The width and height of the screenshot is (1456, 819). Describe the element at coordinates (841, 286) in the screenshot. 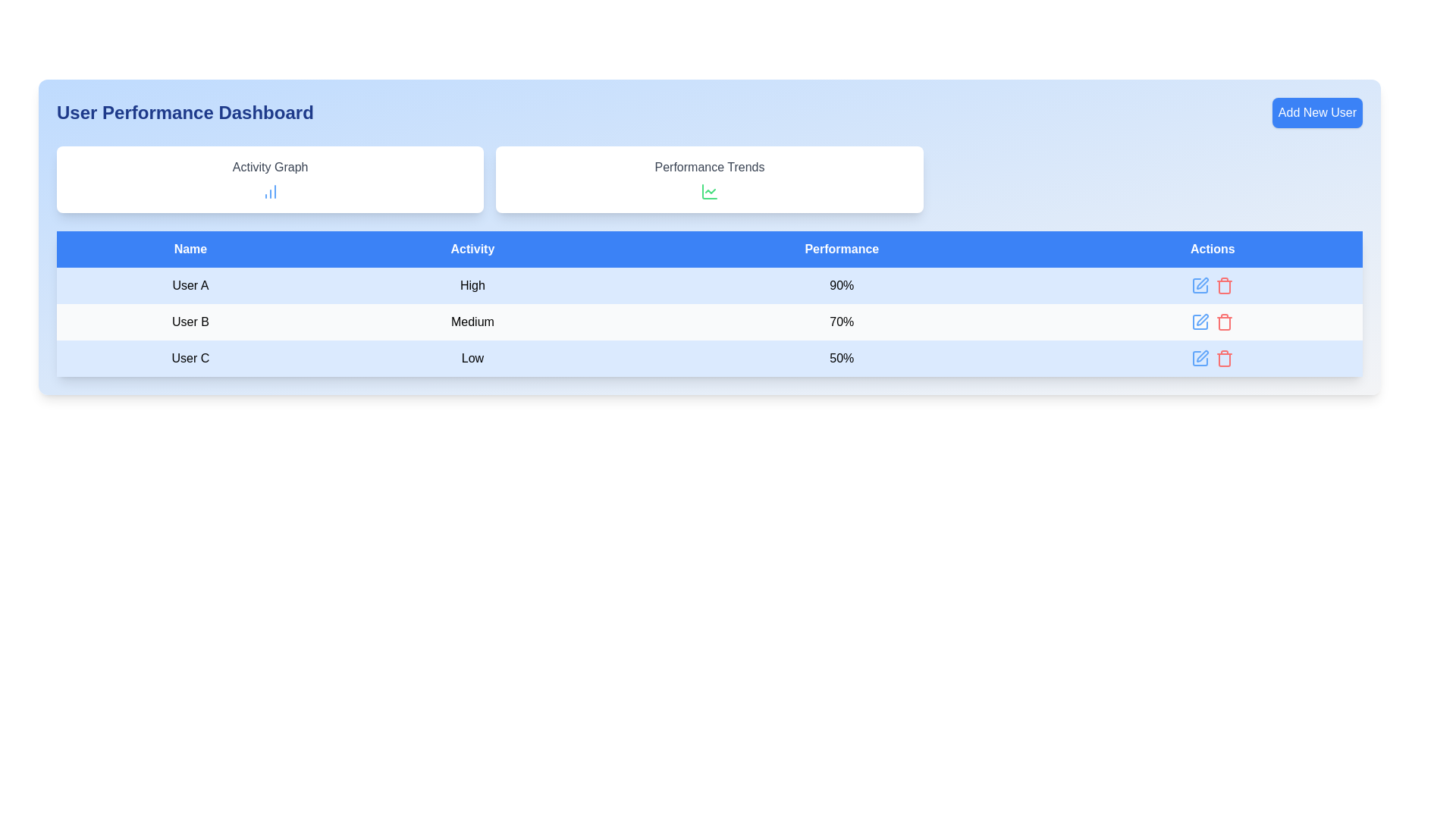

I see `the text label displaying '90%' in bold within the light blue rectangular cell under the 'Performance' column of the table` at that location.